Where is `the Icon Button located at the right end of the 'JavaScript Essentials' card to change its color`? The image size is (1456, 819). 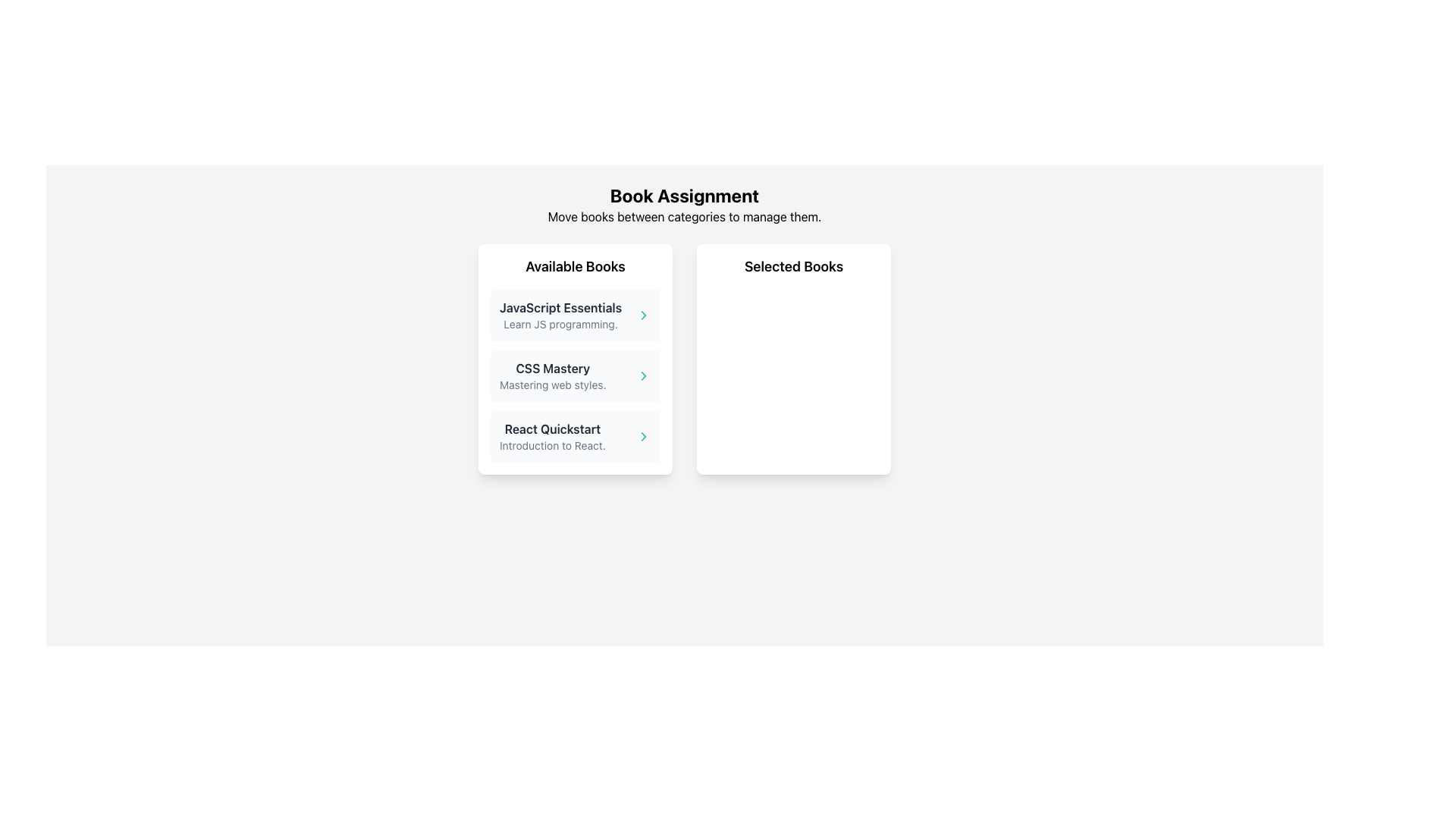
the Icon Button located at the right end of the 'JavaScript Essentials' card to change its color is located at coordinates (644, 315).